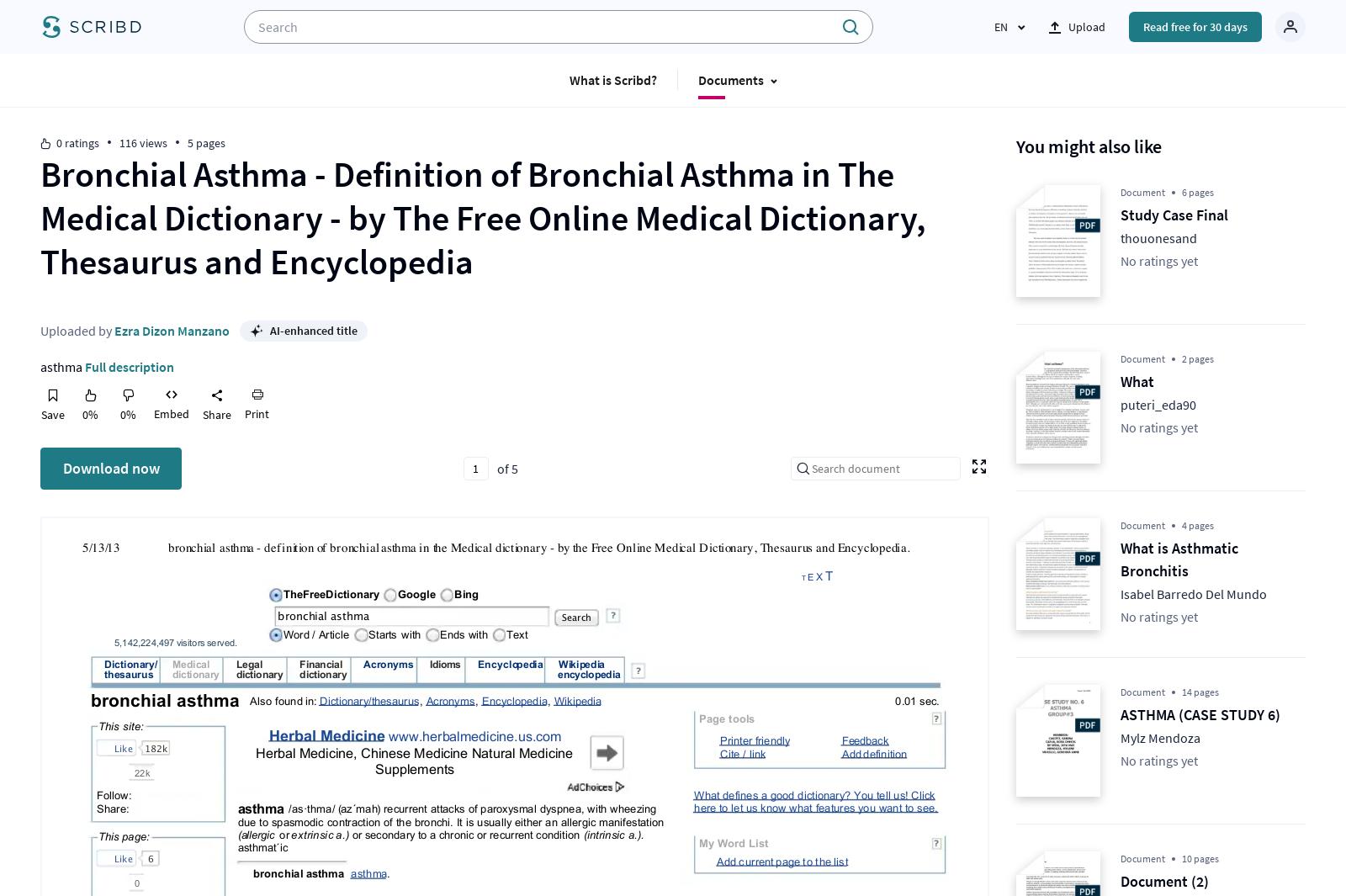  I want to click on 'Print', so click(257, 413).